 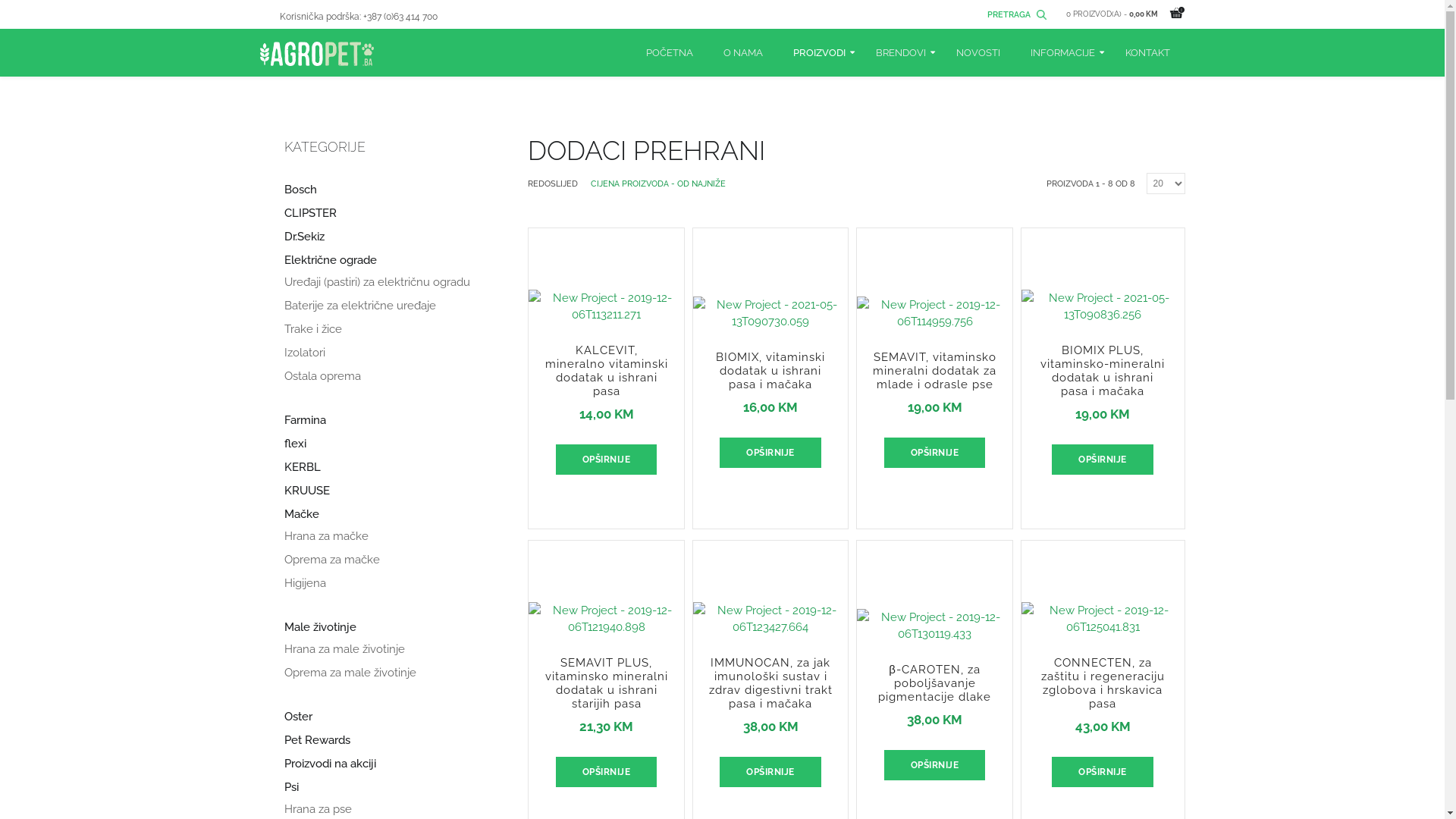 I want to click on 'Proizvodi na akciji', so click(x=328, y=764).